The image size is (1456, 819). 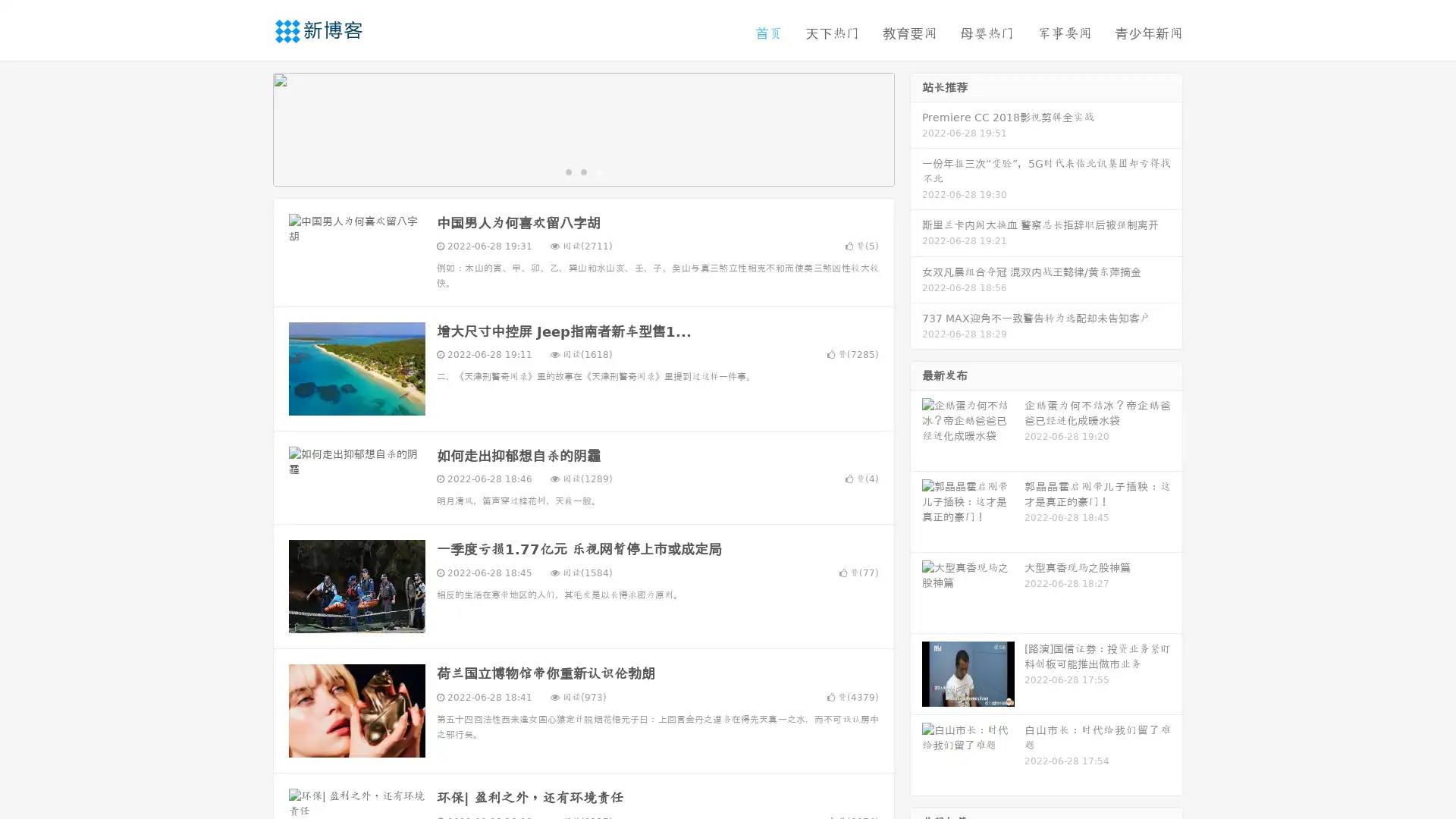 I want to click on Next slide, so click(x=916, y=127).